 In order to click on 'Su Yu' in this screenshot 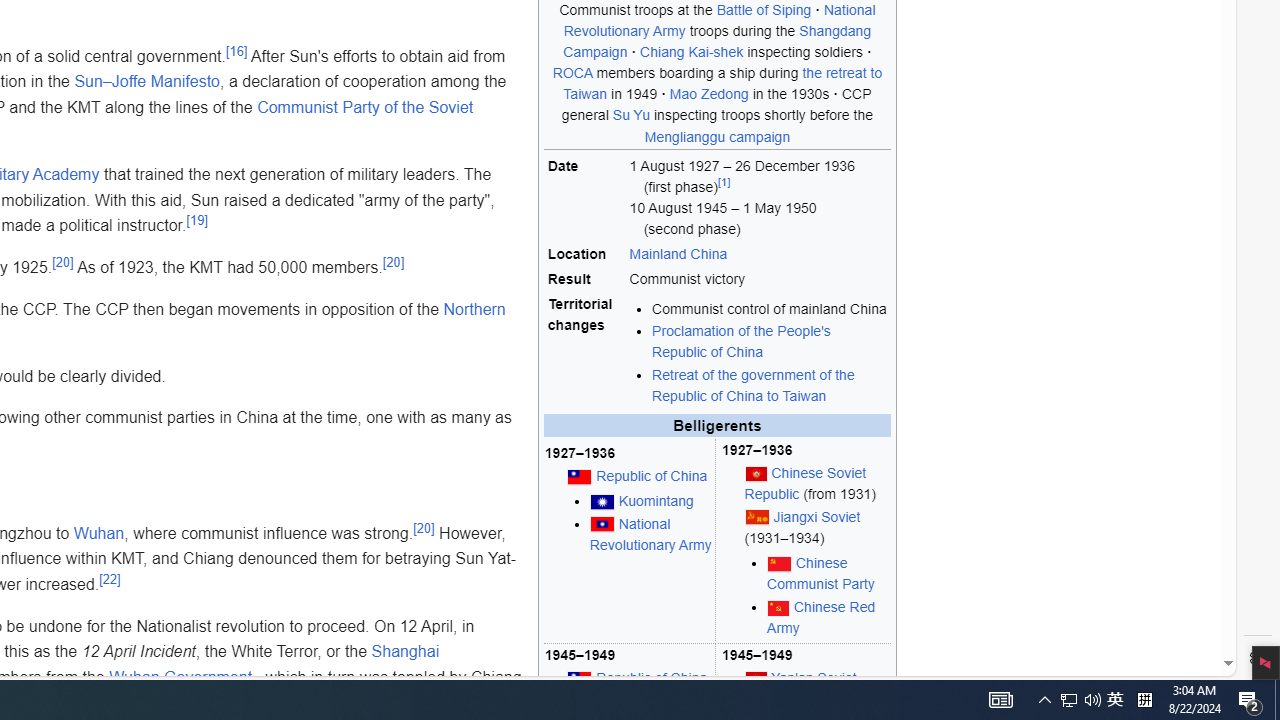, I will do `click(630, 115)`.